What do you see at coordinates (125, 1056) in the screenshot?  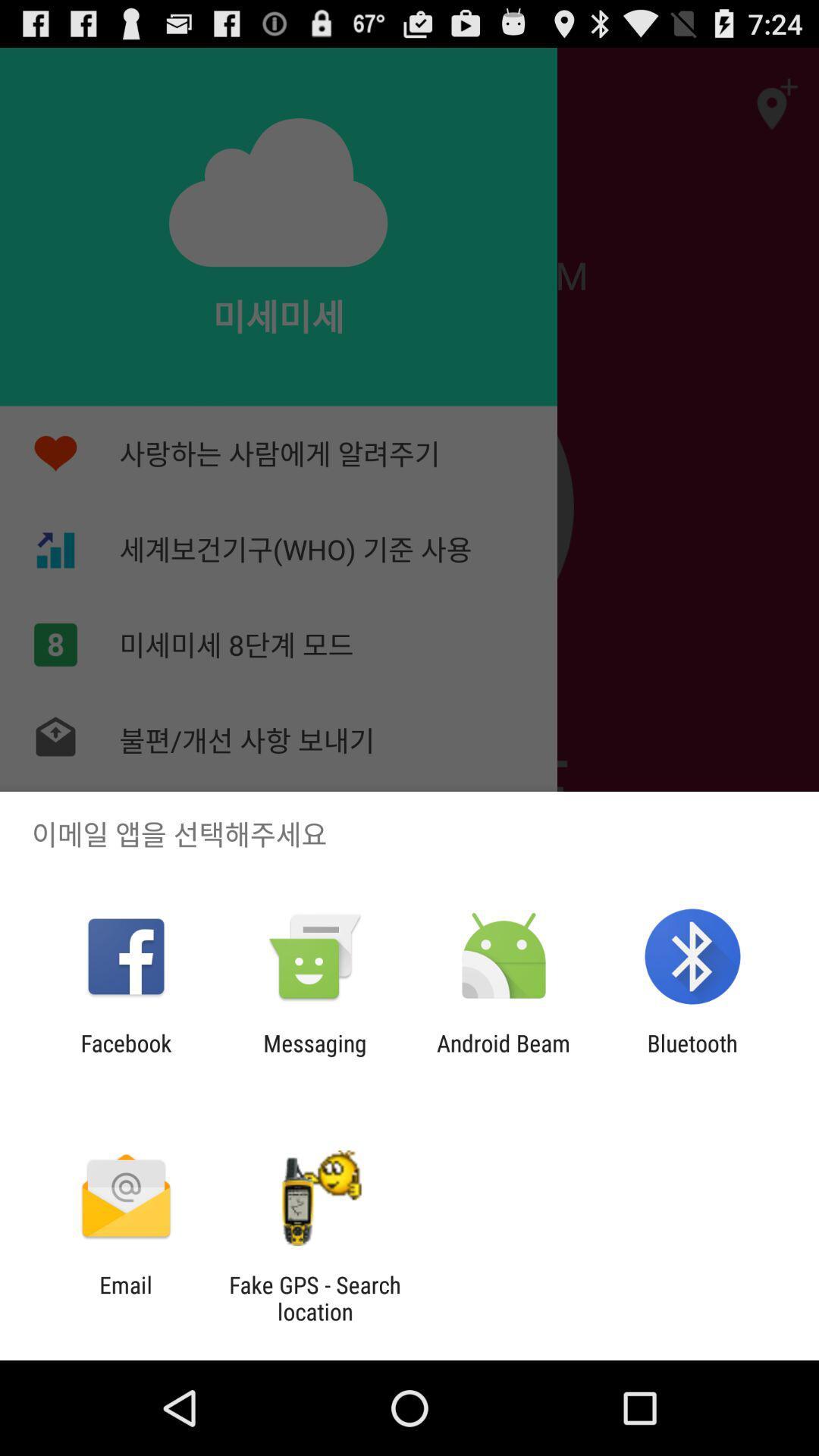 I see `item next to messaging icon` at bounding box center [125, 1056].